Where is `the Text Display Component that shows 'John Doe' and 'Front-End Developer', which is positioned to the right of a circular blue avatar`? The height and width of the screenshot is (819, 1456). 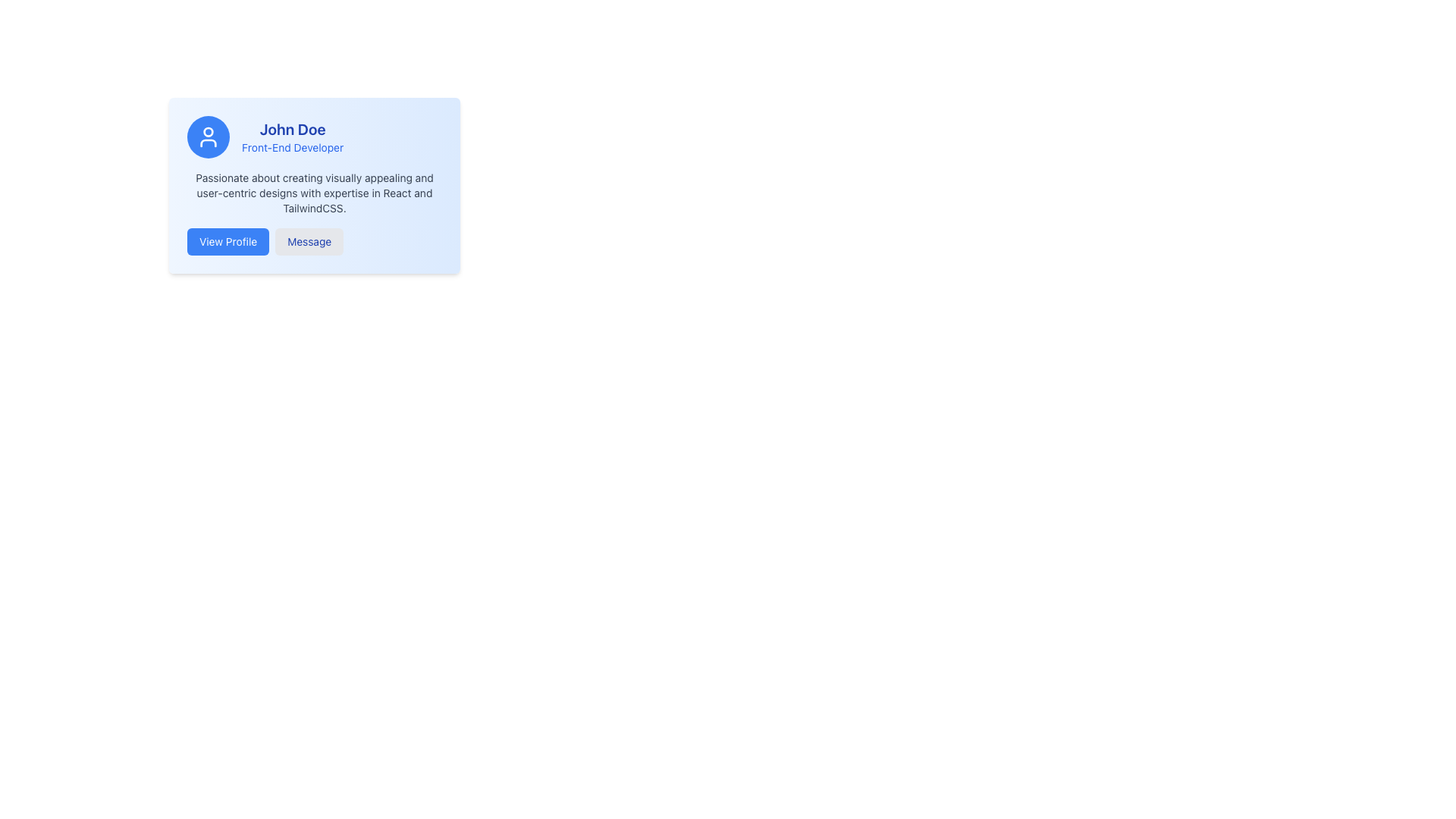 the Text Display Component that shows 'John Doe' and 'Front-End Developer', which is positioned to the right of a circular blue avatar is located at coordinates (293, 137).